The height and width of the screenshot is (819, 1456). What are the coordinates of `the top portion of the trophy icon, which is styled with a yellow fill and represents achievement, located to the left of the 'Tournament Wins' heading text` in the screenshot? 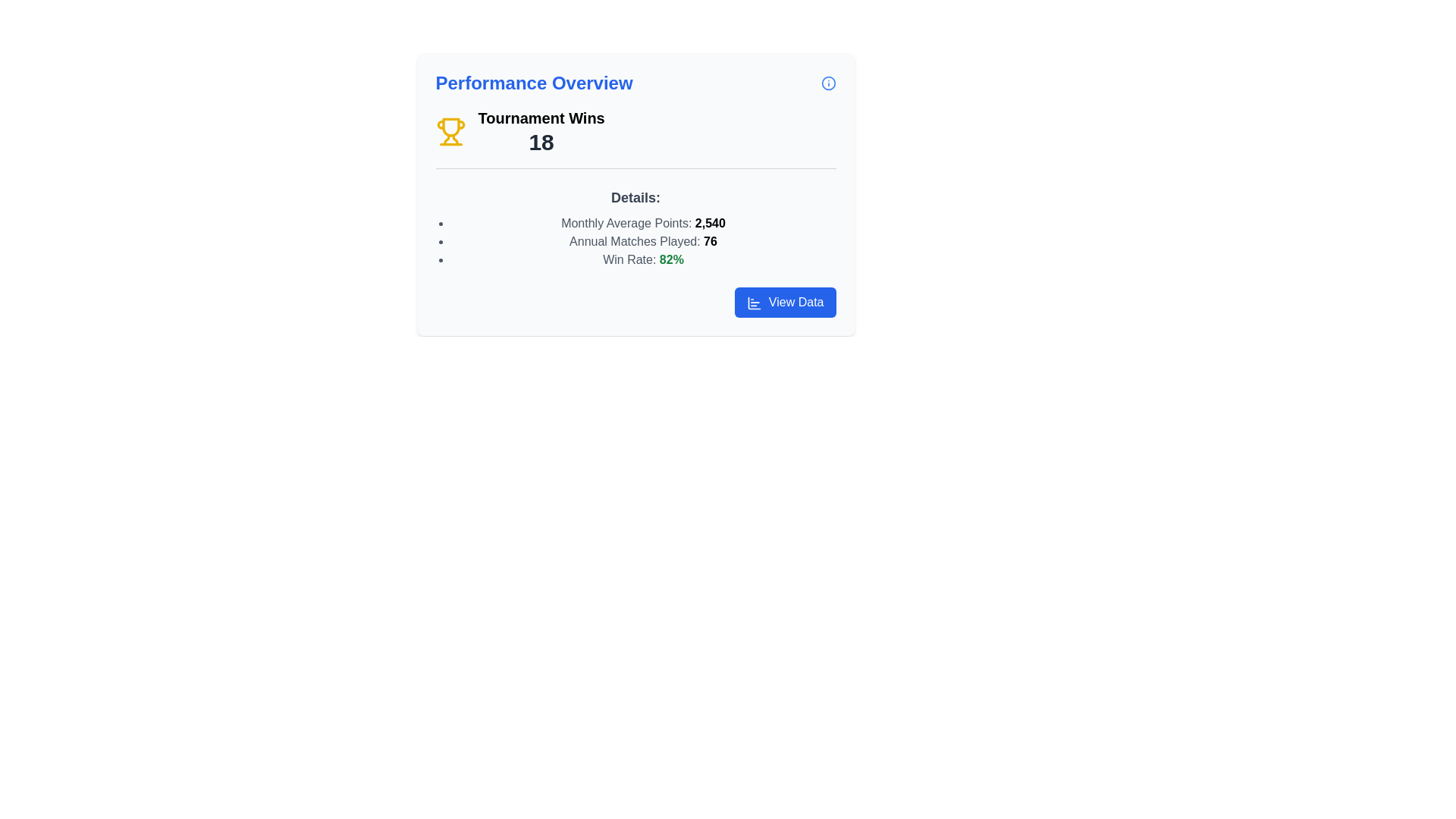 It's located at (450, 127).